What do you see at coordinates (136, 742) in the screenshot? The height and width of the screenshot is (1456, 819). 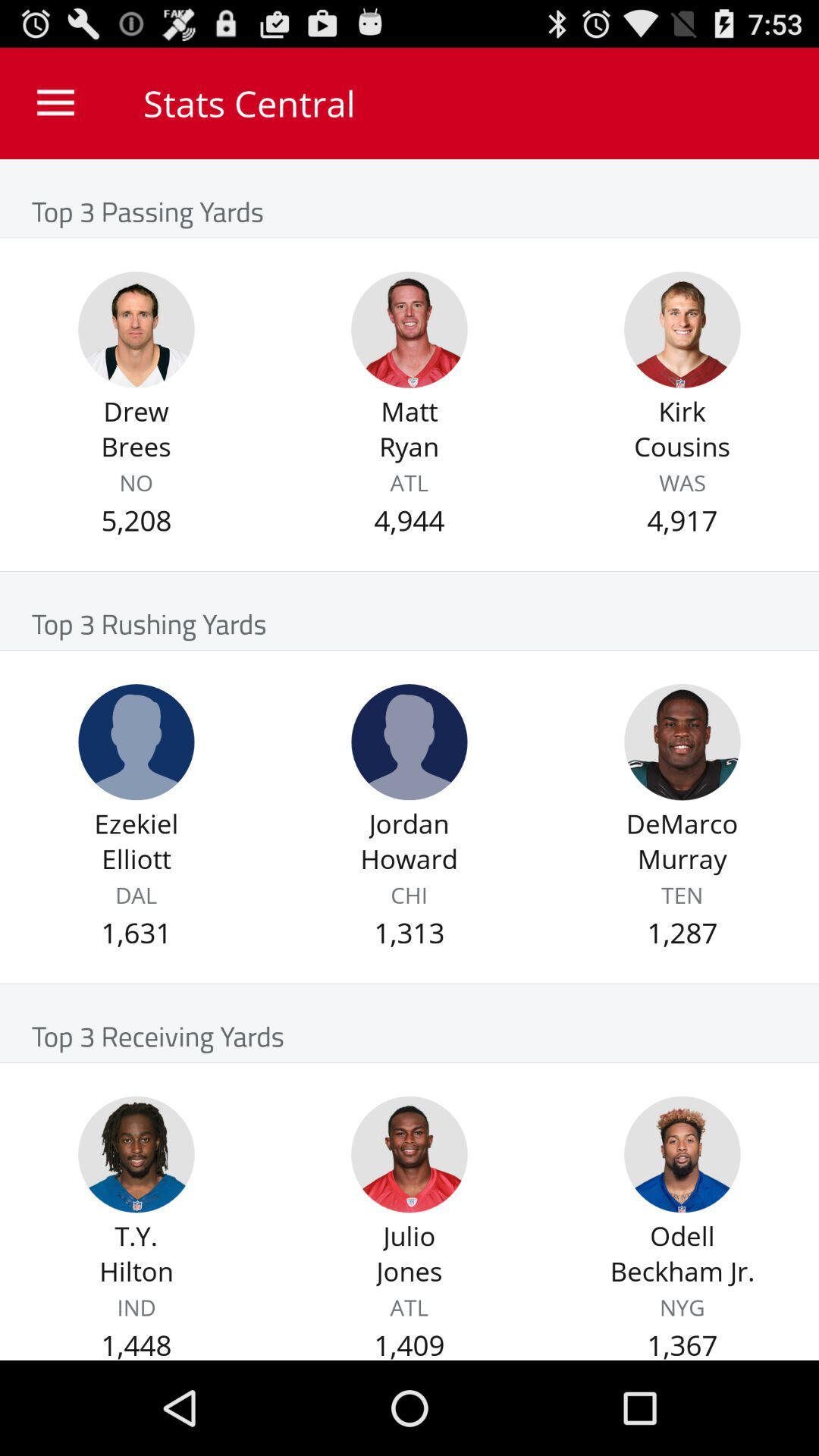 I see `the person` at bounding box center [136, 742].